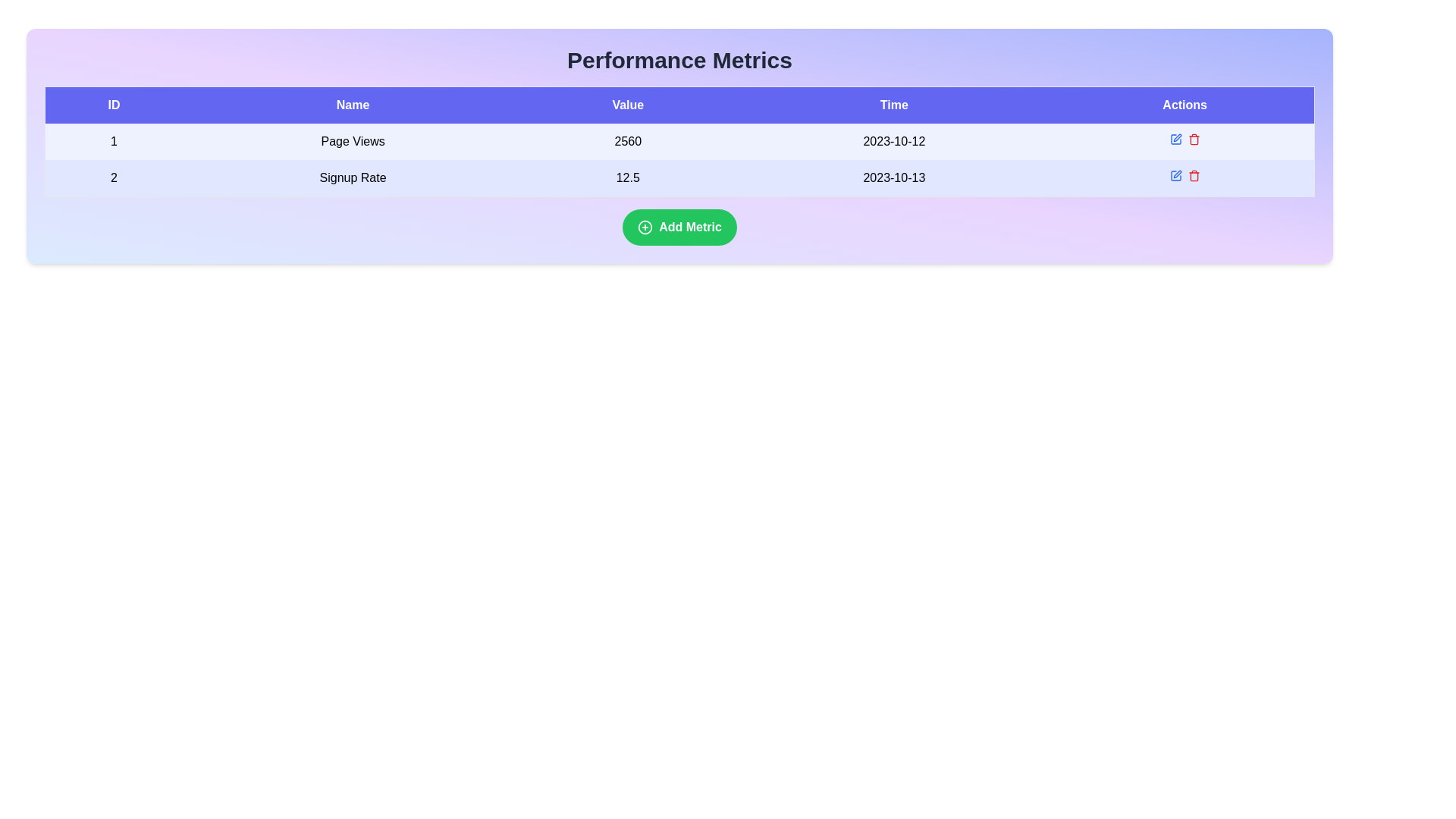 This screenshot has height=819, width=1456. What do you see at coordinates (1175, 140) in the screenshot?
I see `the square outline icon with a diagonal pen over it in the 'Performance Metrics' table to initiate the editing action` at bounding box center [1175, 140].